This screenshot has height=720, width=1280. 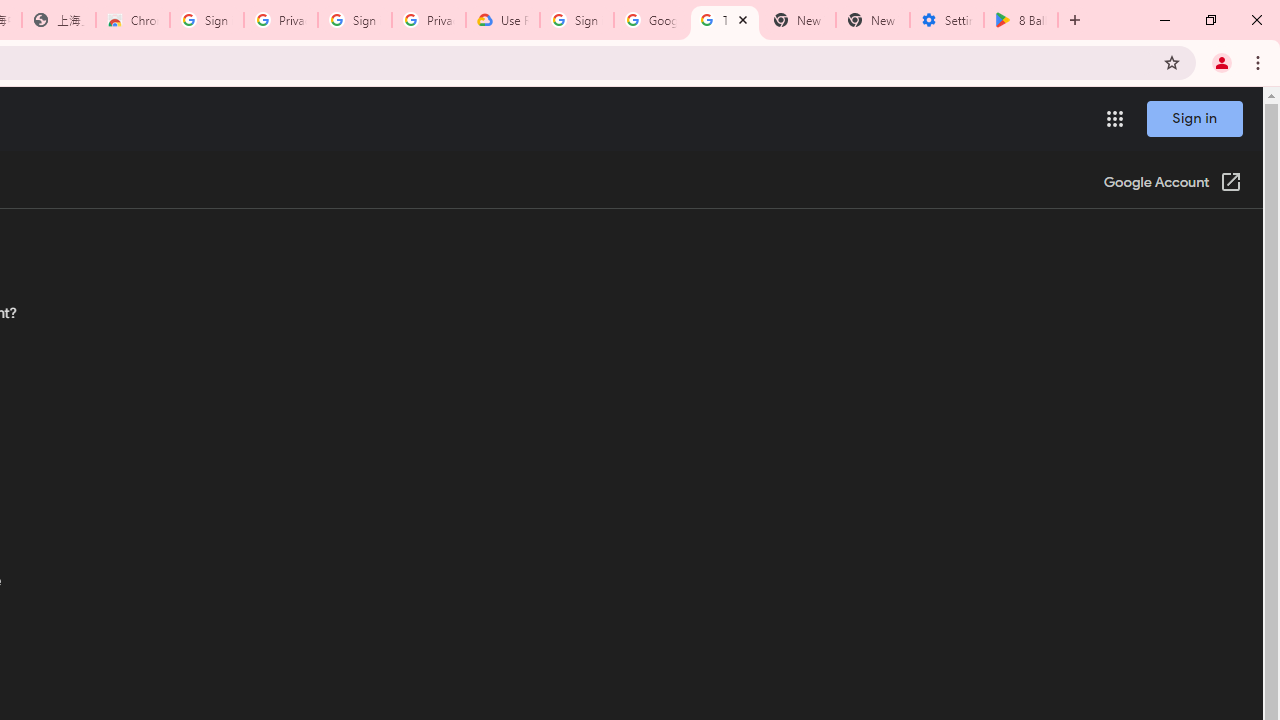 What do you see at coordinates (723, 20) in the screenshot?
I see `'Turn cookies on or off - Computer - Google Account Help'` at bounding box center [723, 20].